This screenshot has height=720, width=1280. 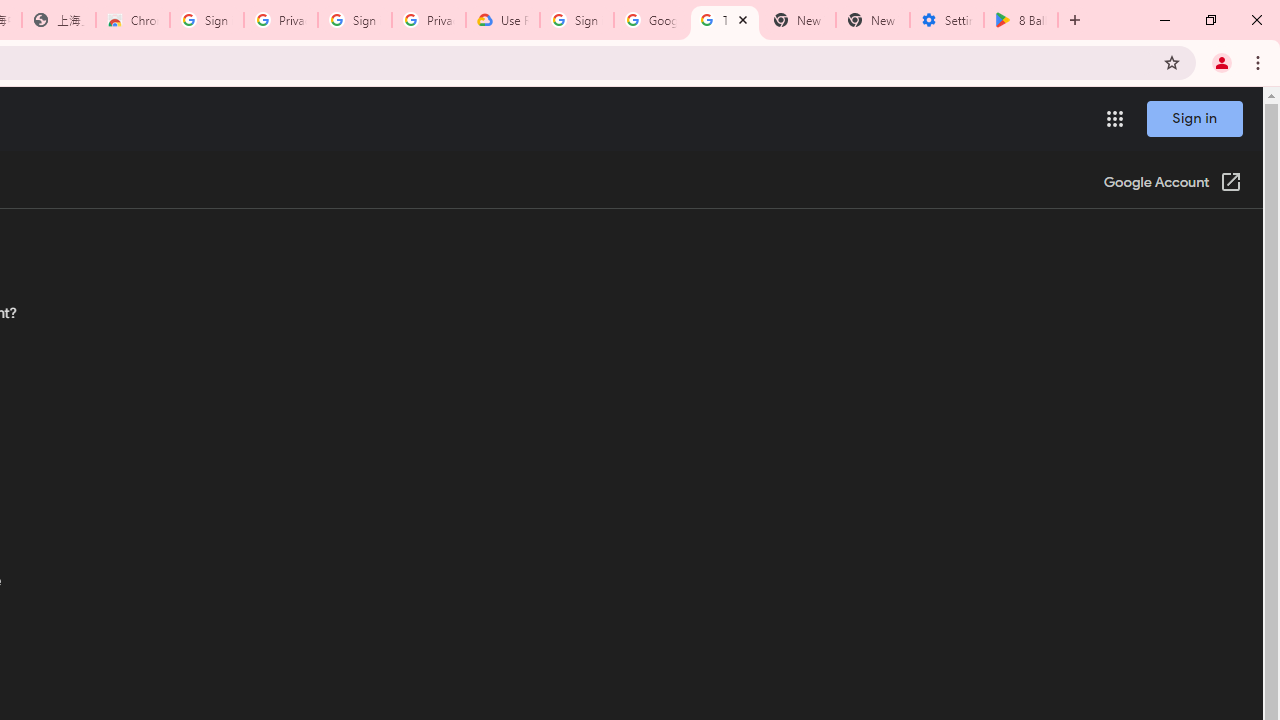 What do you see at coordinates (723, 20) in the screenshot?
I see `'Turn cookies on or off - Computer - Google Account Help'` at bounding box center [723, 20].